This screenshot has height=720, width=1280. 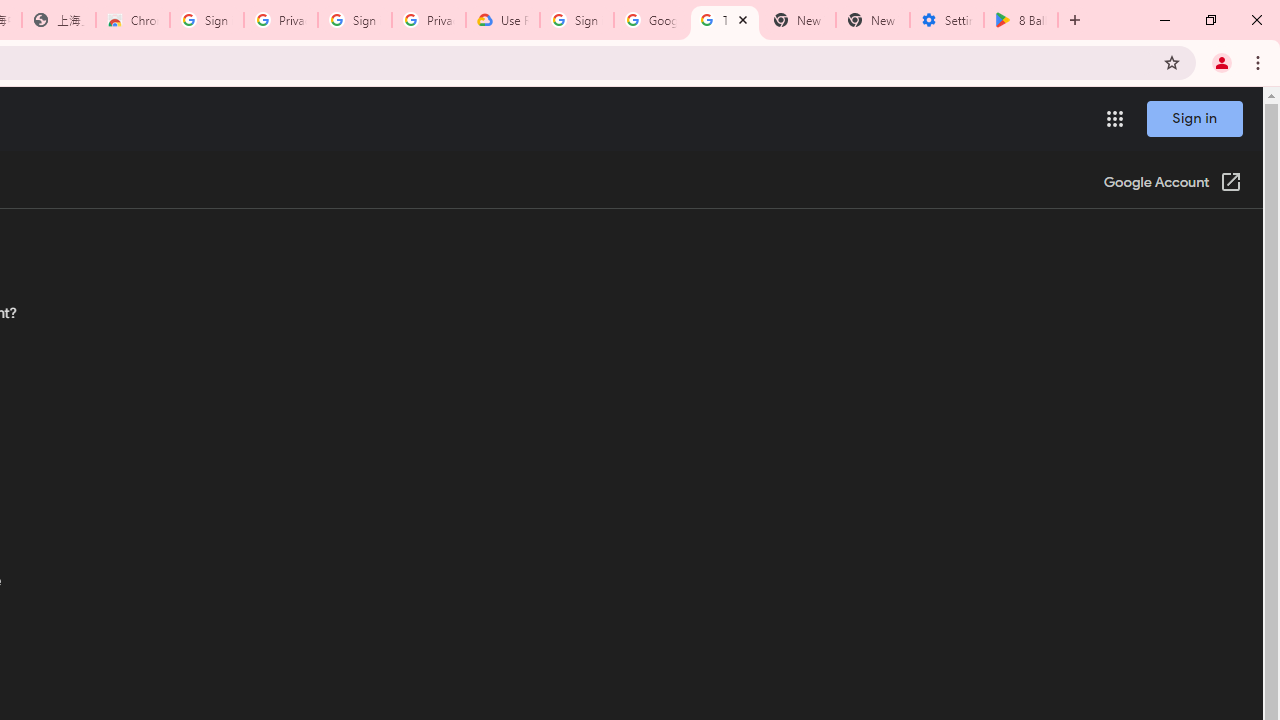 What do you see at coordinates (723, 20) in the screenshot?
I see `'Turn cookies on or off - Computer - Google Account Help'` at bounding box center [723, 20].